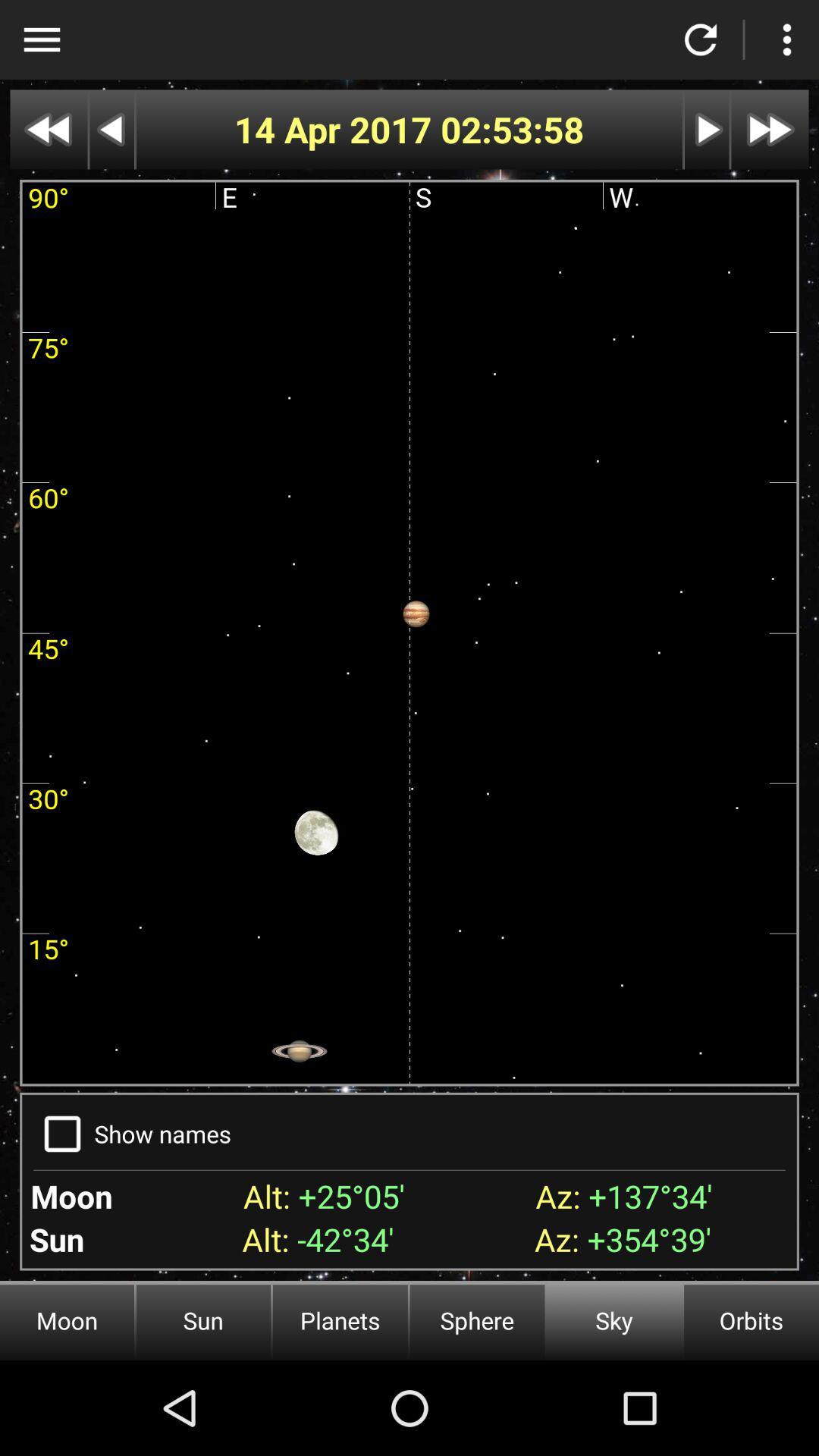 Image resolution: width=819 pixels, height=1456 pixels. Describe the element at coordinates (48, 130) in the screenshot. I see `the av_rewind icon` at that location.